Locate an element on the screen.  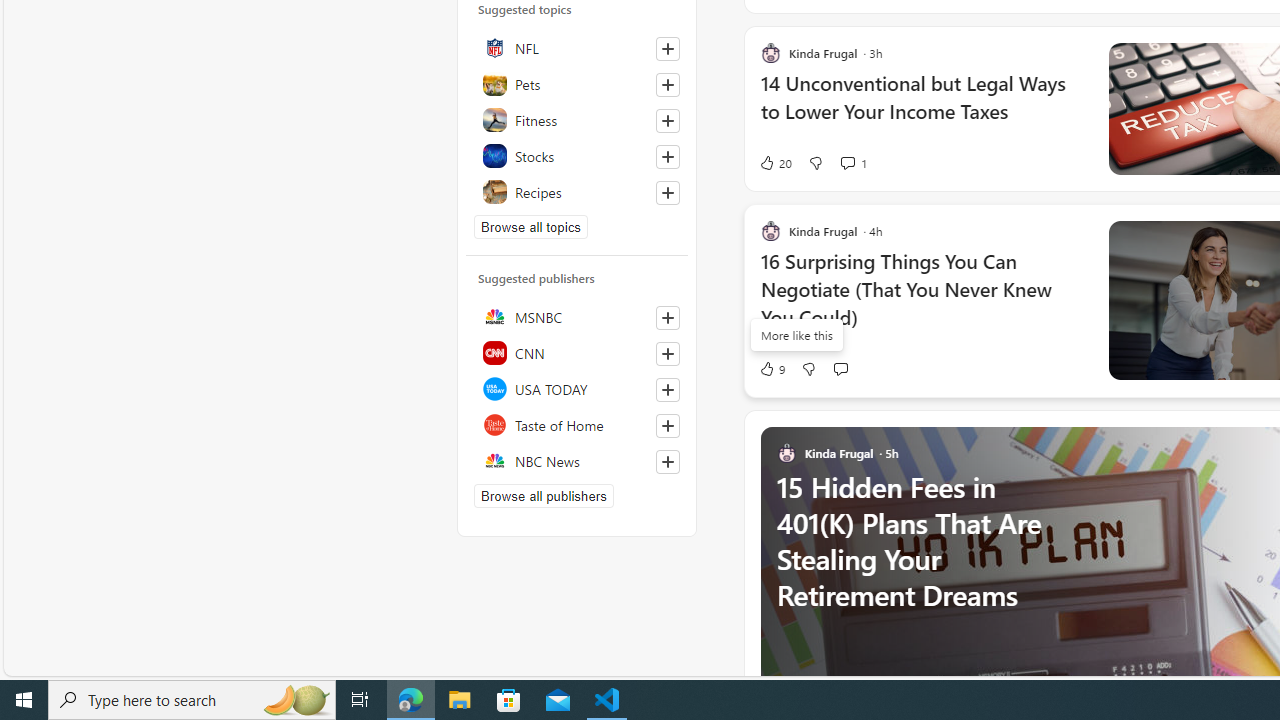
'Taste of Home' is located at coordinates (576, 424).